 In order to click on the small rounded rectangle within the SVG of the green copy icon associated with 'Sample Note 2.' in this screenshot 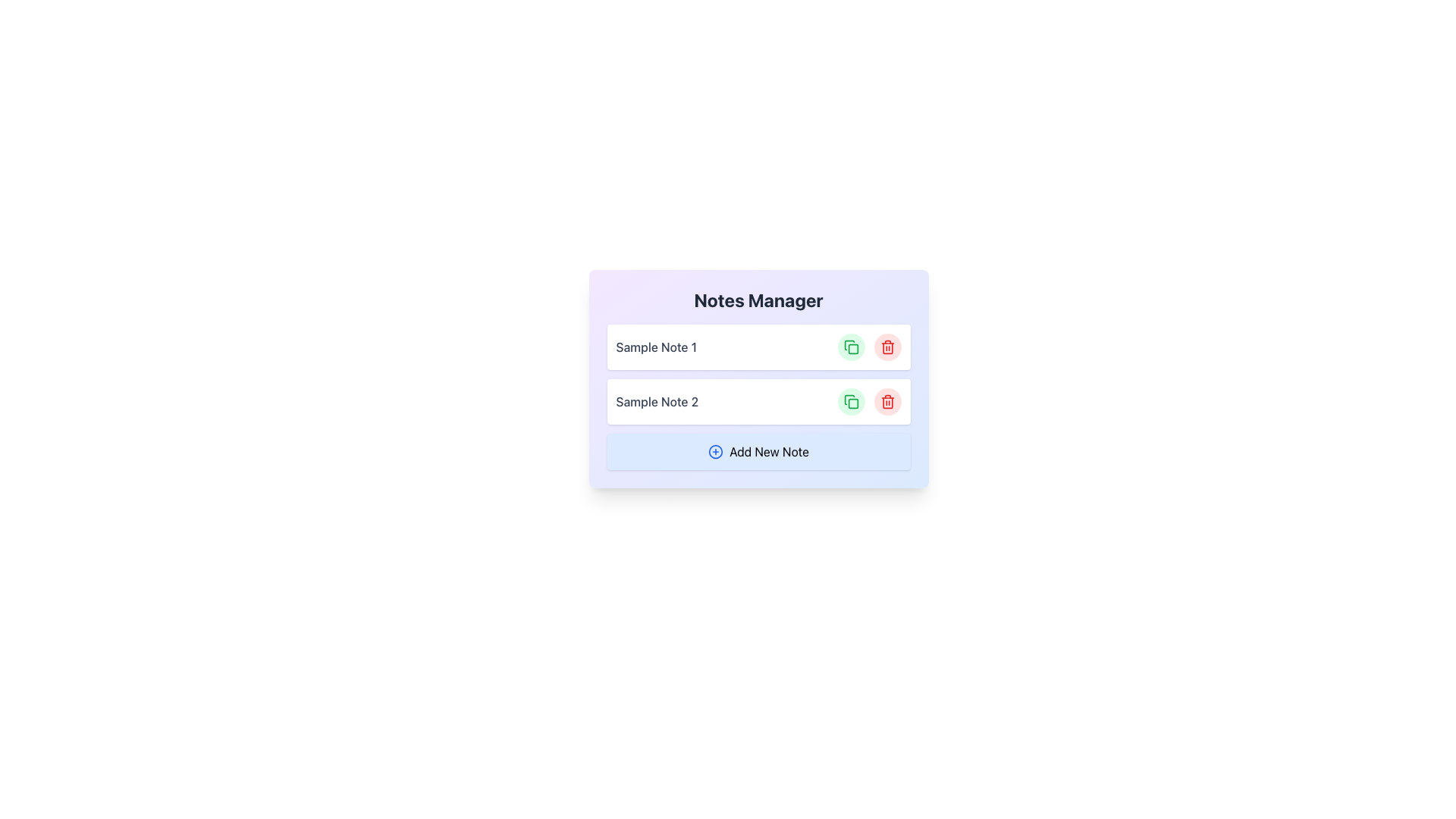, I will do `click(852, 349)`.